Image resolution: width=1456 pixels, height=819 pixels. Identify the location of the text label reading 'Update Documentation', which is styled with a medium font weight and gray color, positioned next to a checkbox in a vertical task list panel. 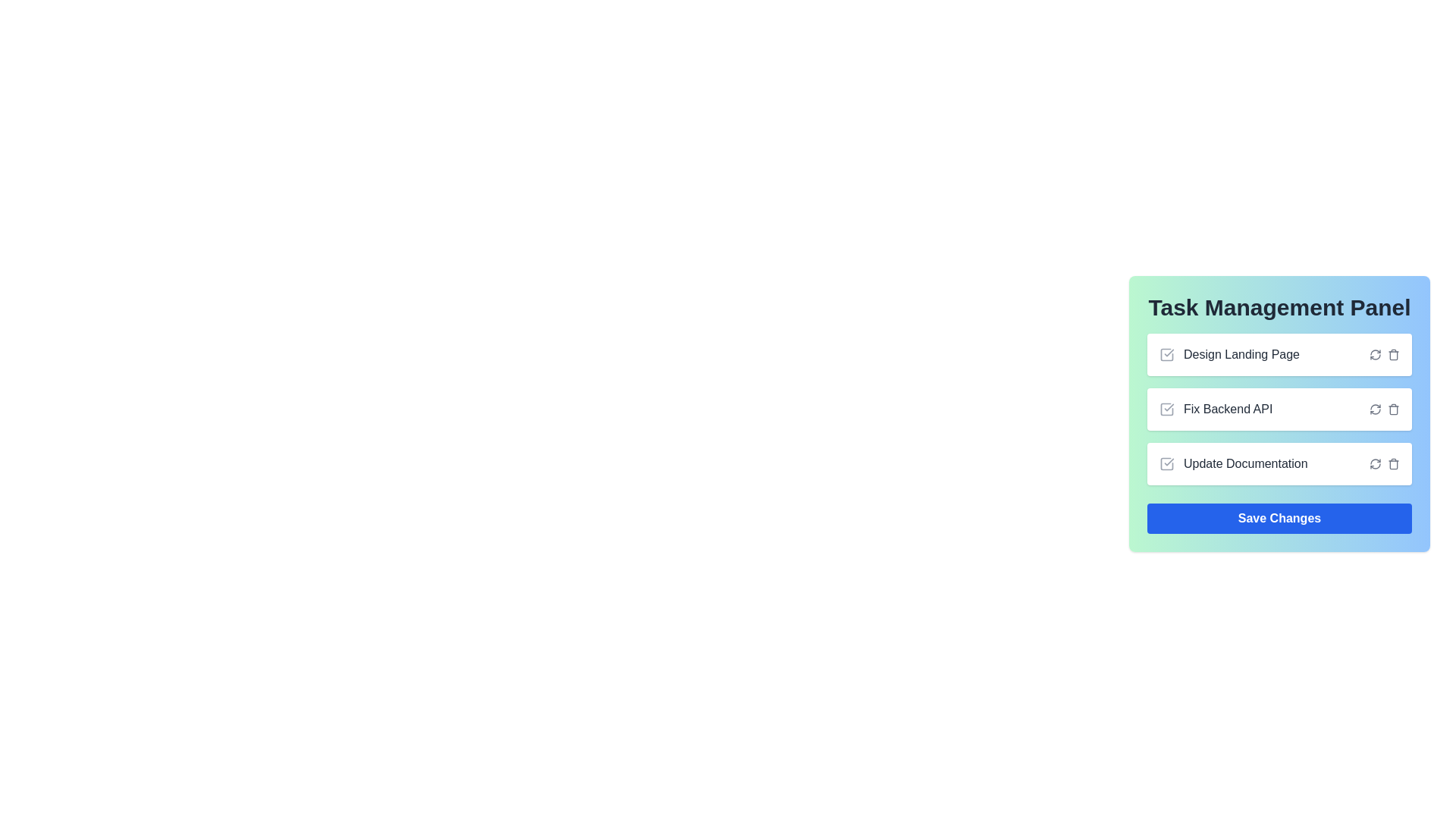
(1233, 463).